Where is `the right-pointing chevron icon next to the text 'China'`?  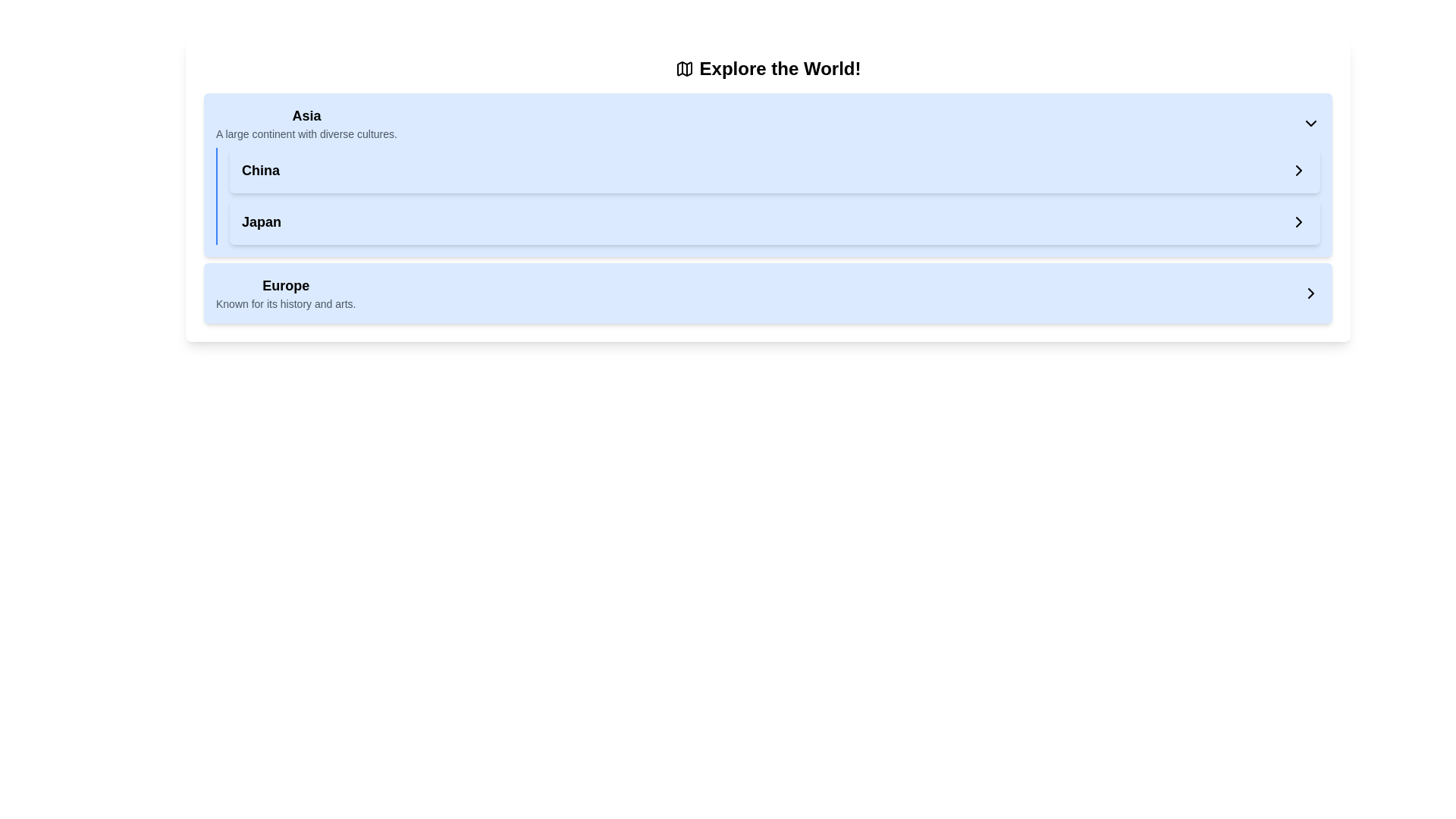
the right-pointing chevron icon next to the text 'China' is located at coordinates (1298, 170).